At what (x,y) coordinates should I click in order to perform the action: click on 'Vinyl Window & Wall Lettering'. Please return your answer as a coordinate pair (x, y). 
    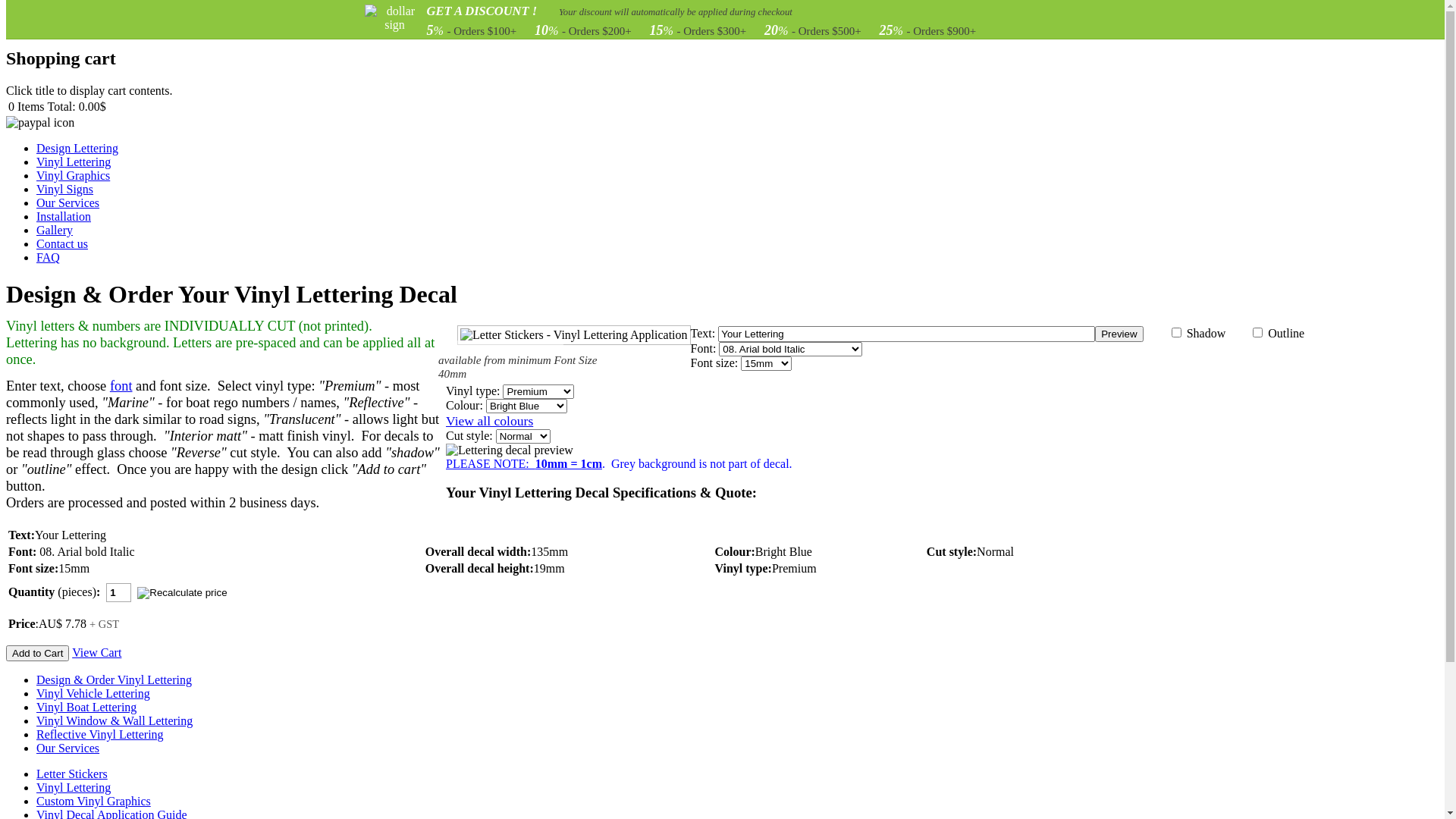
    Looking at the image, I should click on (113, 720).